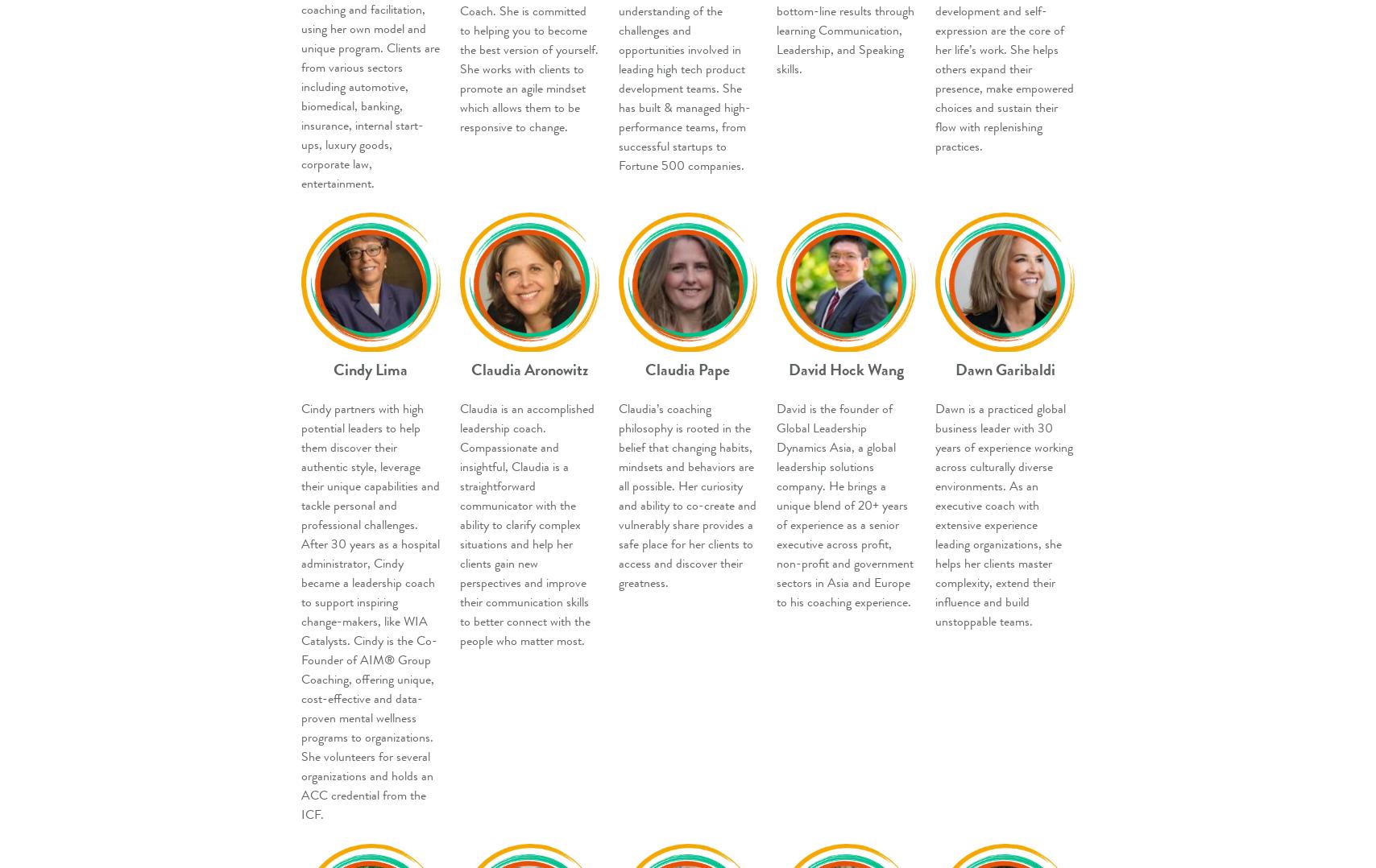 The width and height of the screenshot is (1376, 868). What do you see at coordinates (846, 370) in the screenshot?
I see `'David Hock Wang'` at bounding box center [846, 370].